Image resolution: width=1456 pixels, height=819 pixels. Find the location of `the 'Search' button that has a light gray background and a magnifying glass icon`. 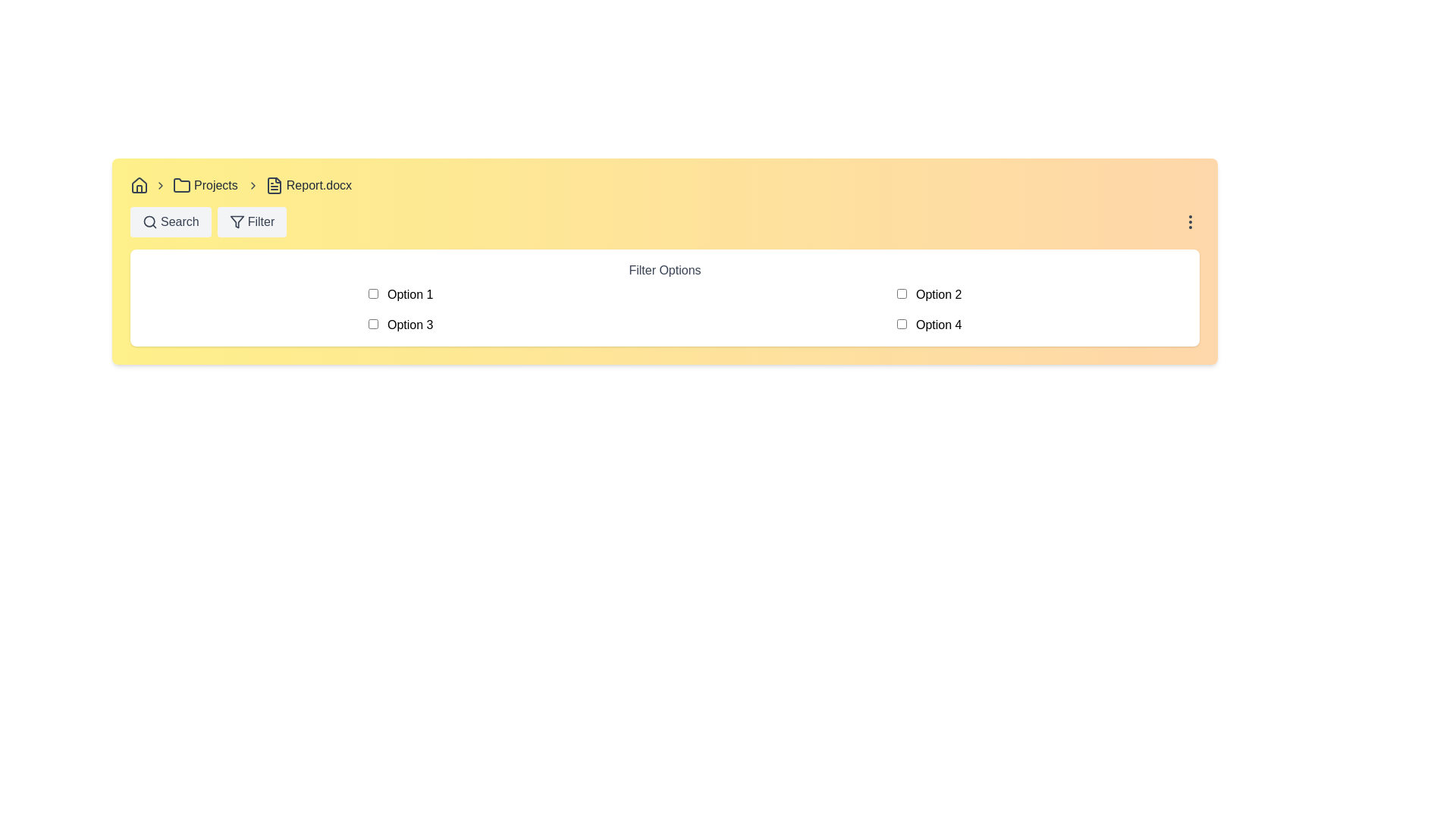

the 'Search' button that has a light gray background and a magnifying glass icon is located at coordinates (171, 222).